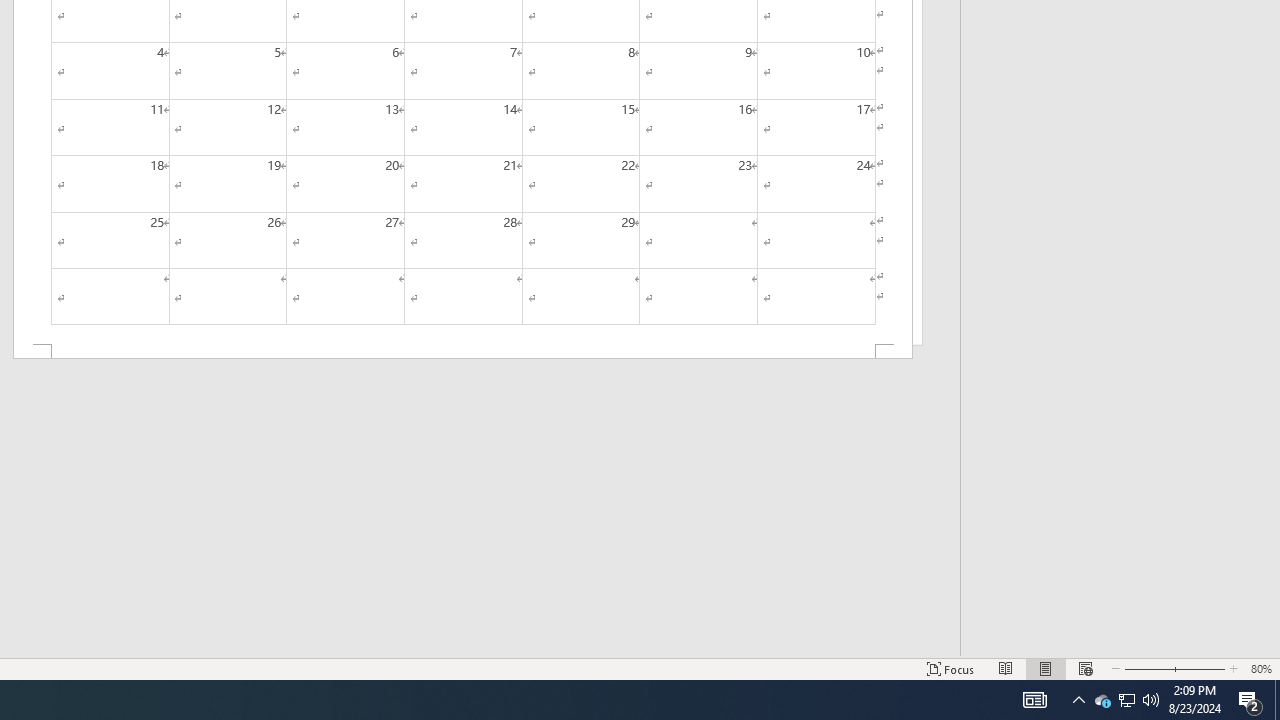 This screenshot has height=720, width=1280. What do you see at coordinates (461, 350) in the screenshot?
I see `'Footer -Section 2-'` at bounding box center [461, 350].